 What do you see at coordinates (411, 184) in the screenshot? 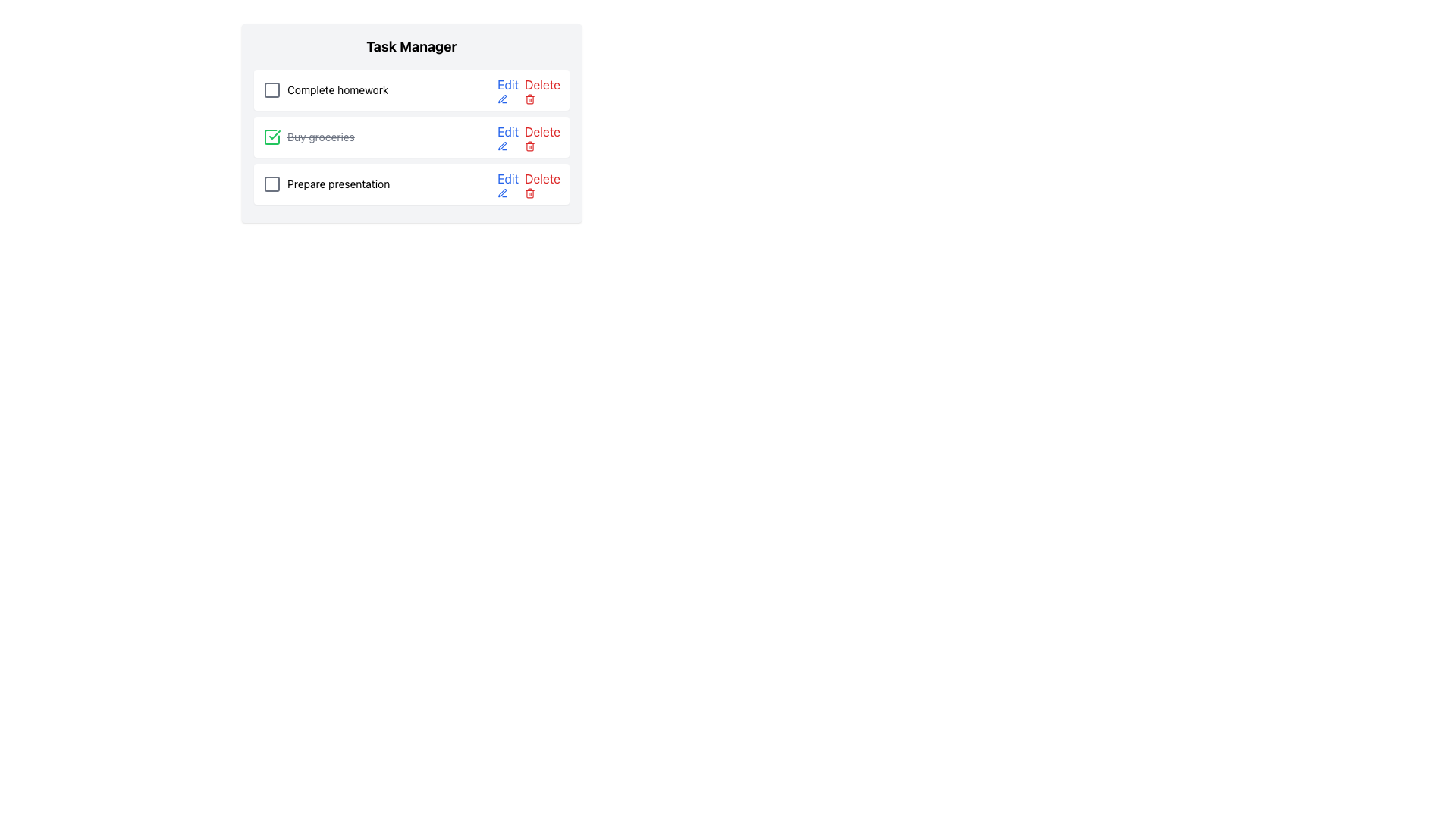
I see `the checkbox of the last task in the task manager to mark it as completed` at bounding box center [411, 184].